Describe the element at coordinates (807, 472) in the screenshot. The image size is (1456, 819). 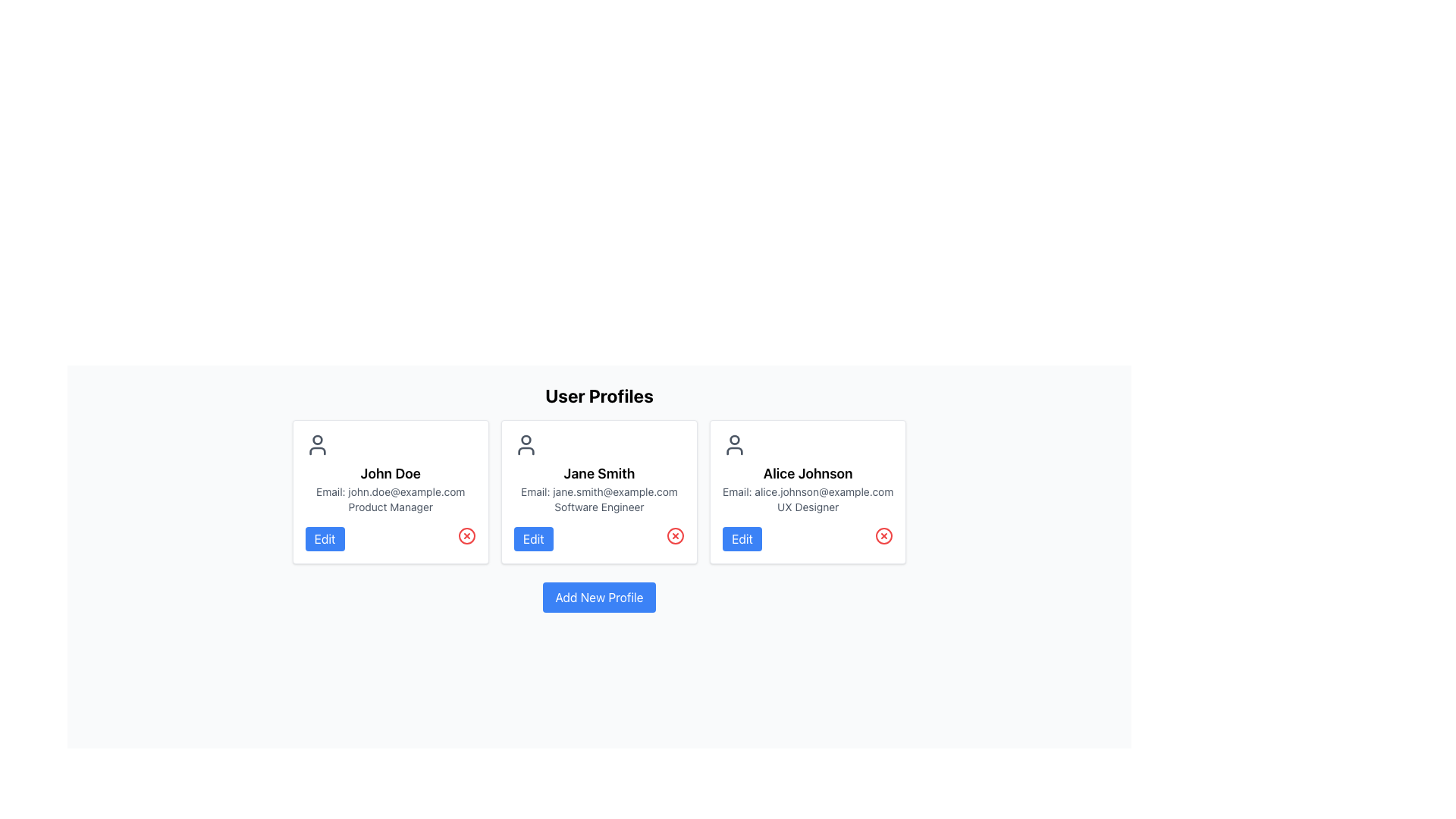
I see `the Text Label identifying 'Alice Johnson' at the top of the user card, which is positioned above the email and role details` at that location.